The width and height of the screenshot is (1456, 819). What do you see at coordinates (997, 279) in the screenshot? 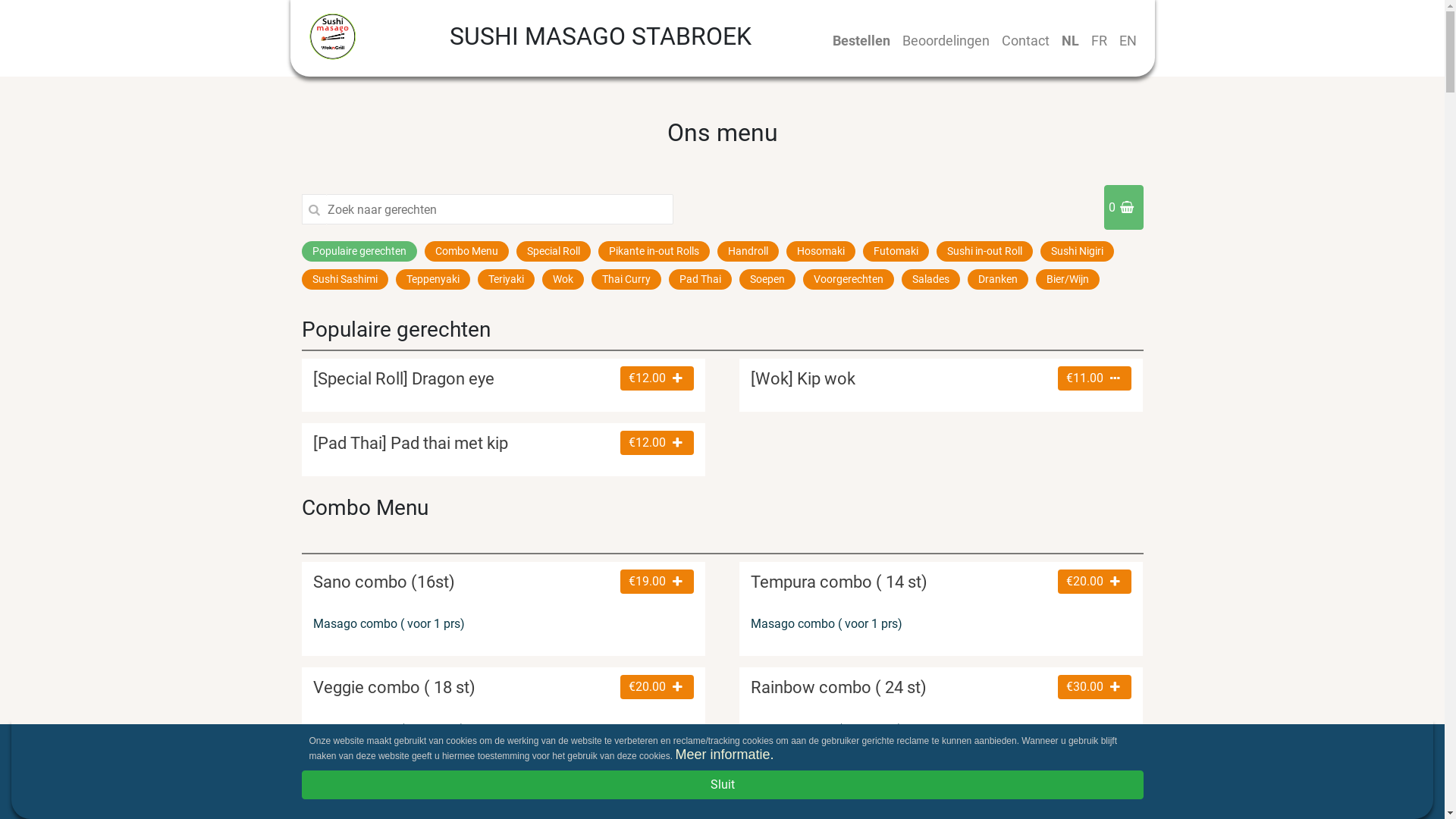
I see `'Dranken'` at bounding box center [997, 279].